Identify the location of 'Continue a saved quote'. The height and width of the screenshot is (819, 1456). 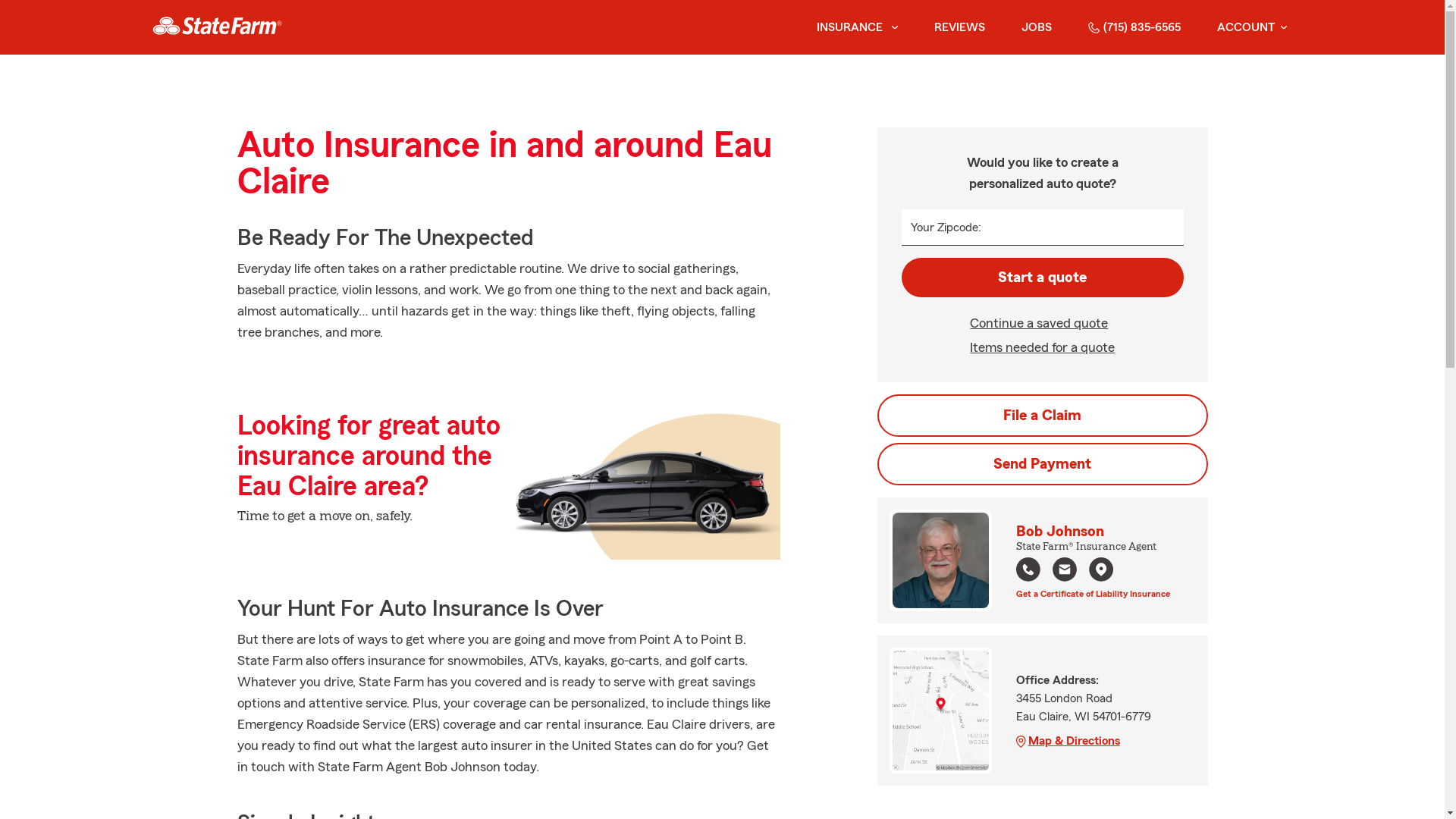
(1041, 322).